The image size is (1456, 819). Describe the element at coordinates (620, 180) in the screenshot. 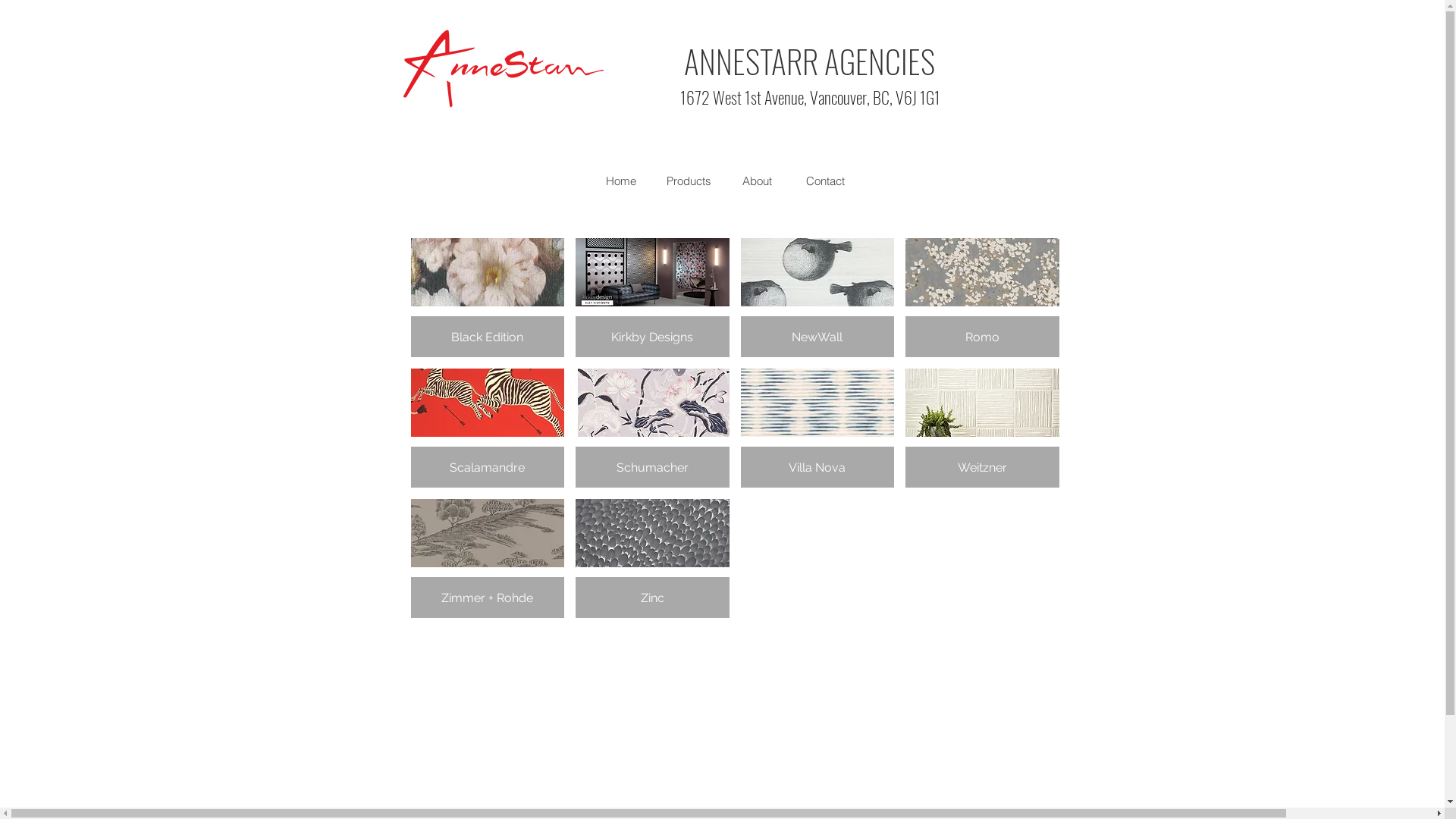

I see `'Home'` at that location.